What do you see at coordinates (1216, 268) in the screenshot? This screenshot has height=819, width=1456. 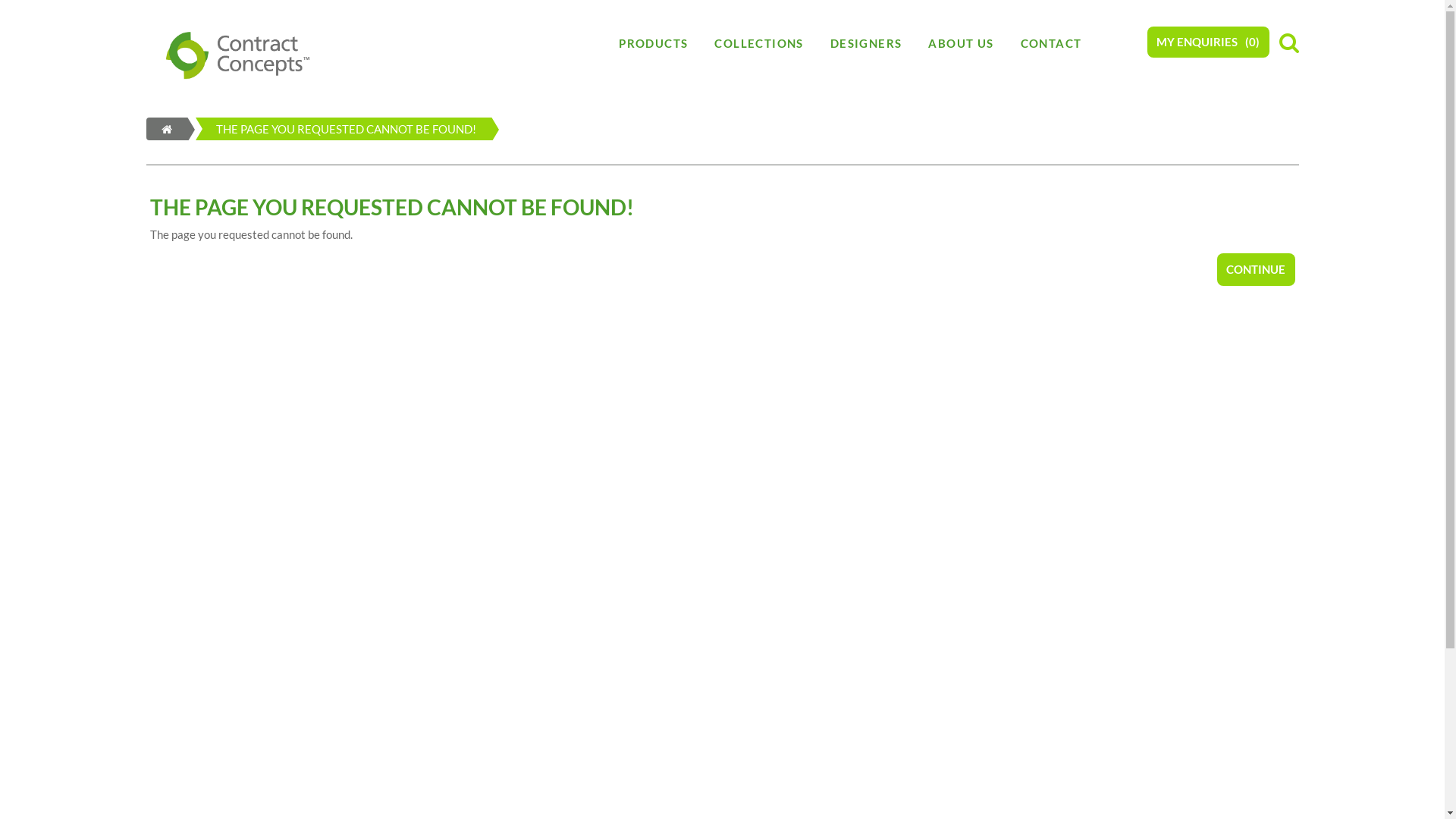 I see `'CONTINUE'` at bounding box center [1216, 268].